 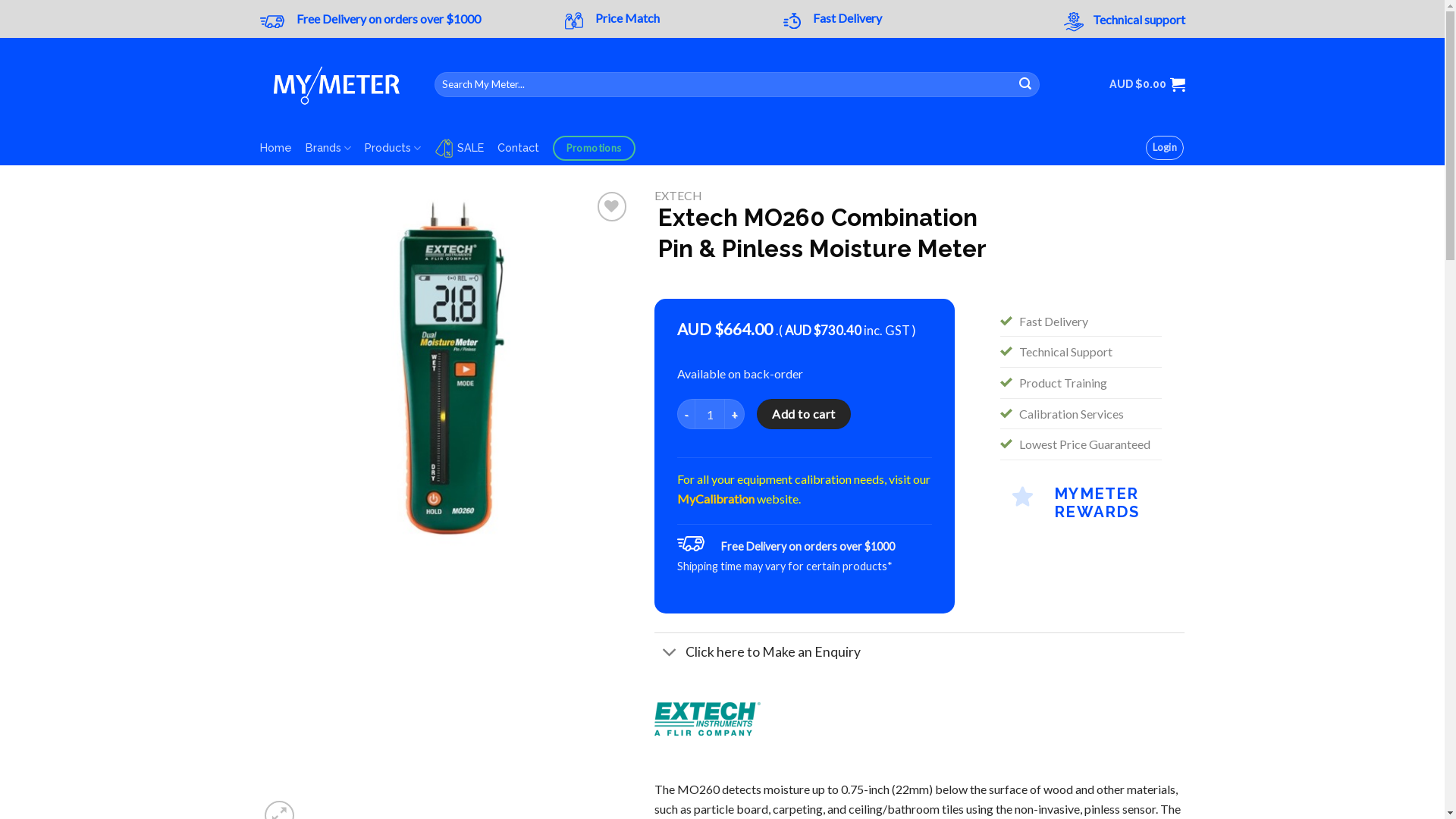 What do you see at coordinates (334, 84) in the screenshot?
I see `'My Meter - Electrical Test Equipment | Melbourne'` at bounding box center [334, 84].